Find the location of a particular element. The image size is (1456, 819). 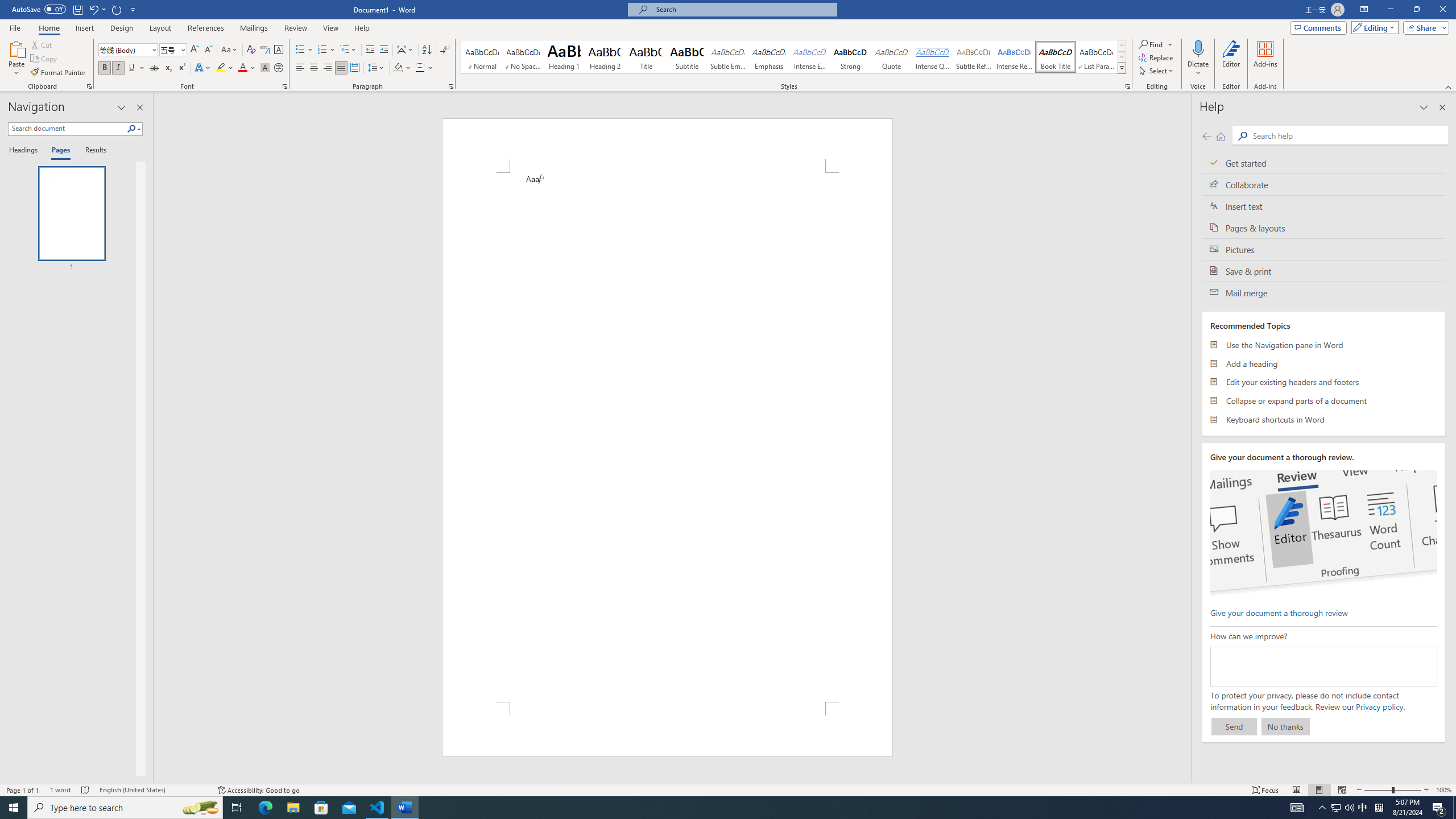

'Collaborate' is located at coordinates (1323, 184).